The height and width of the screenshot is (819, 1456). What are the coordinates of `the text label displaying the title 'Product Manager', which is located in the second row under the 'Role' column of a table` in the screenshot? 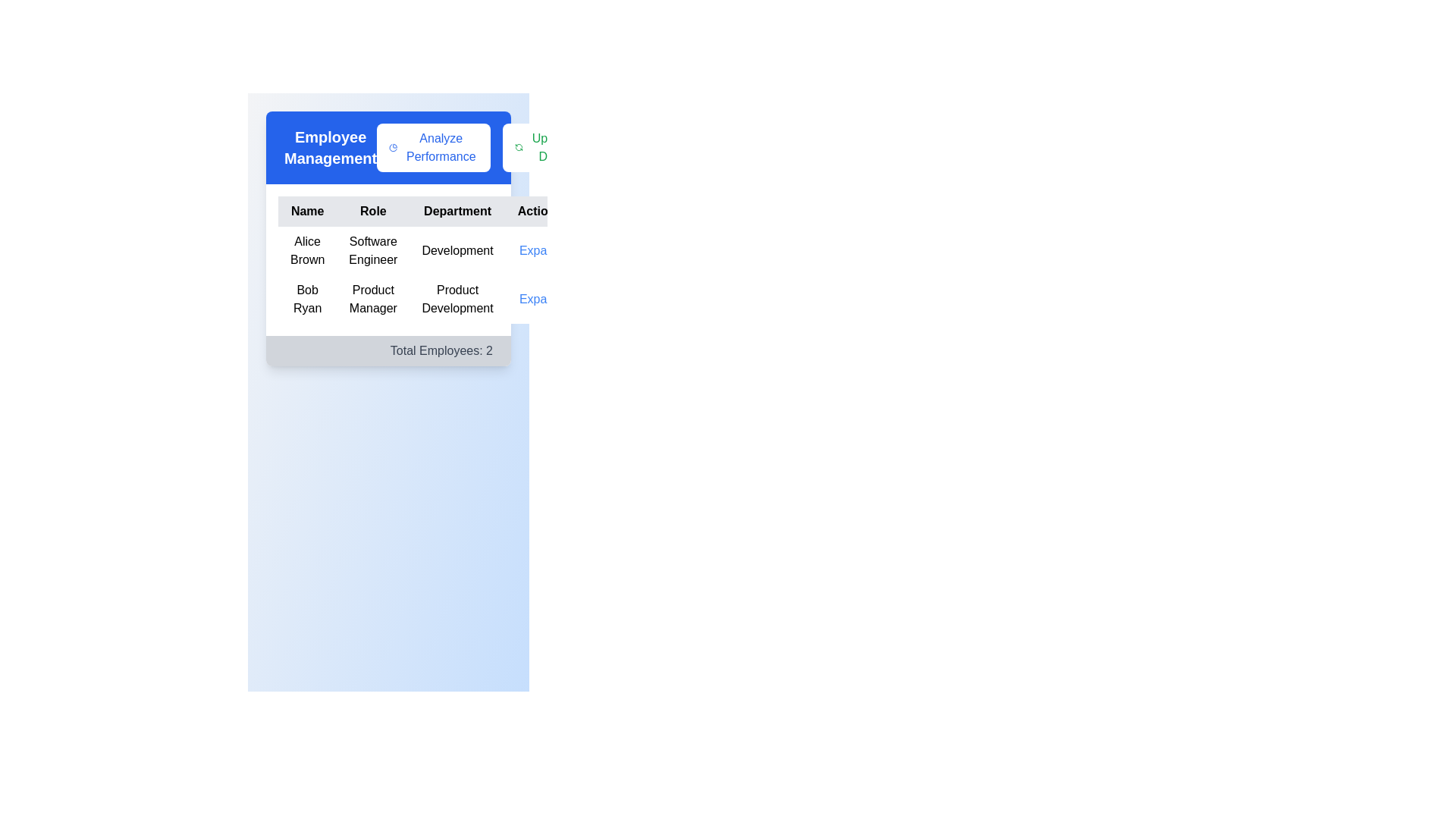 It's located at (373, 299).